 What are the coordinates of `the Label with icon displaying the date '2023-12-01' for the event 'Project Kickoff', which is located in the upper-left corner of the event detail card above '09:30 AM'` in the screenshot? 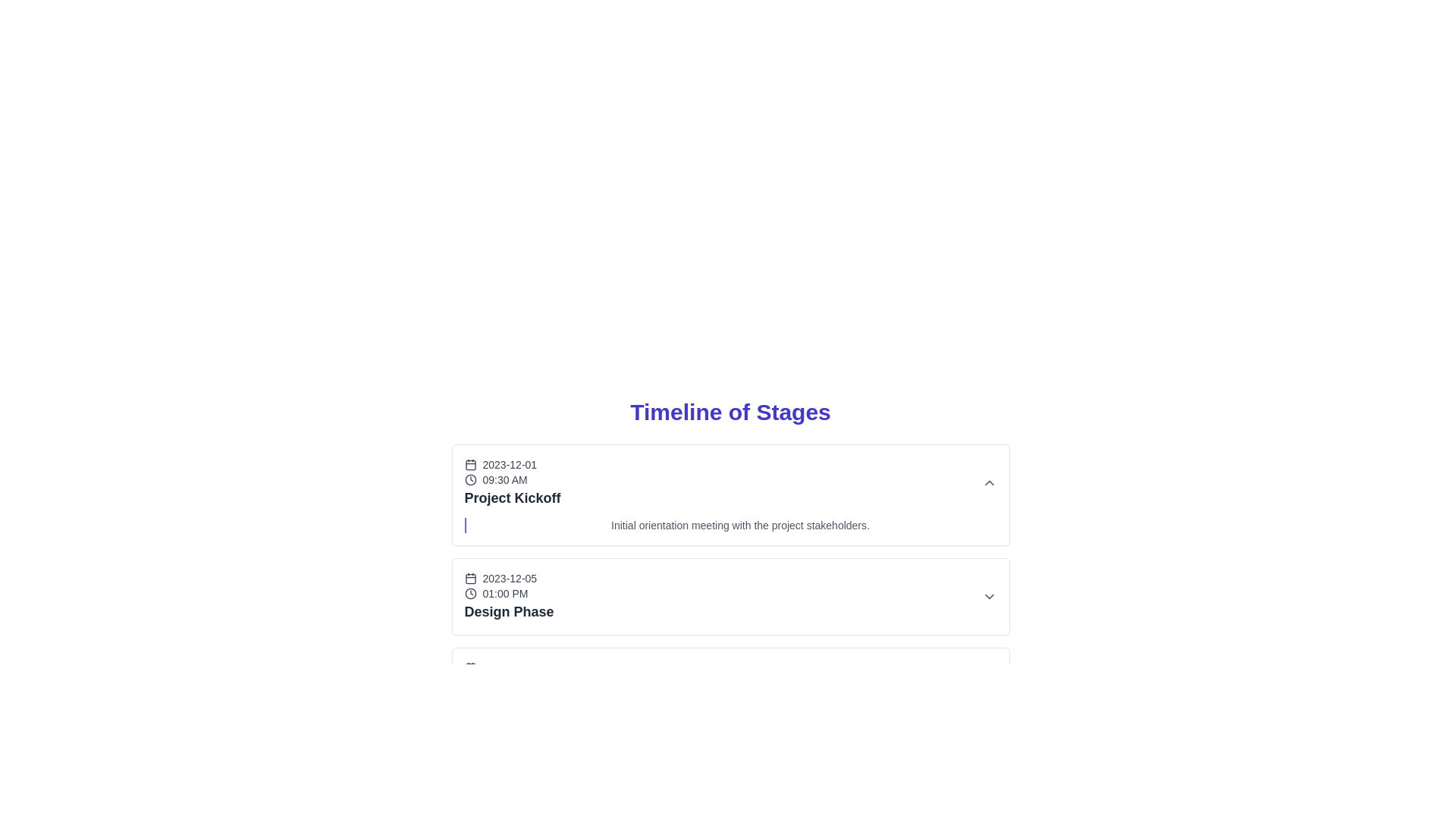 It's located at (513, 464).